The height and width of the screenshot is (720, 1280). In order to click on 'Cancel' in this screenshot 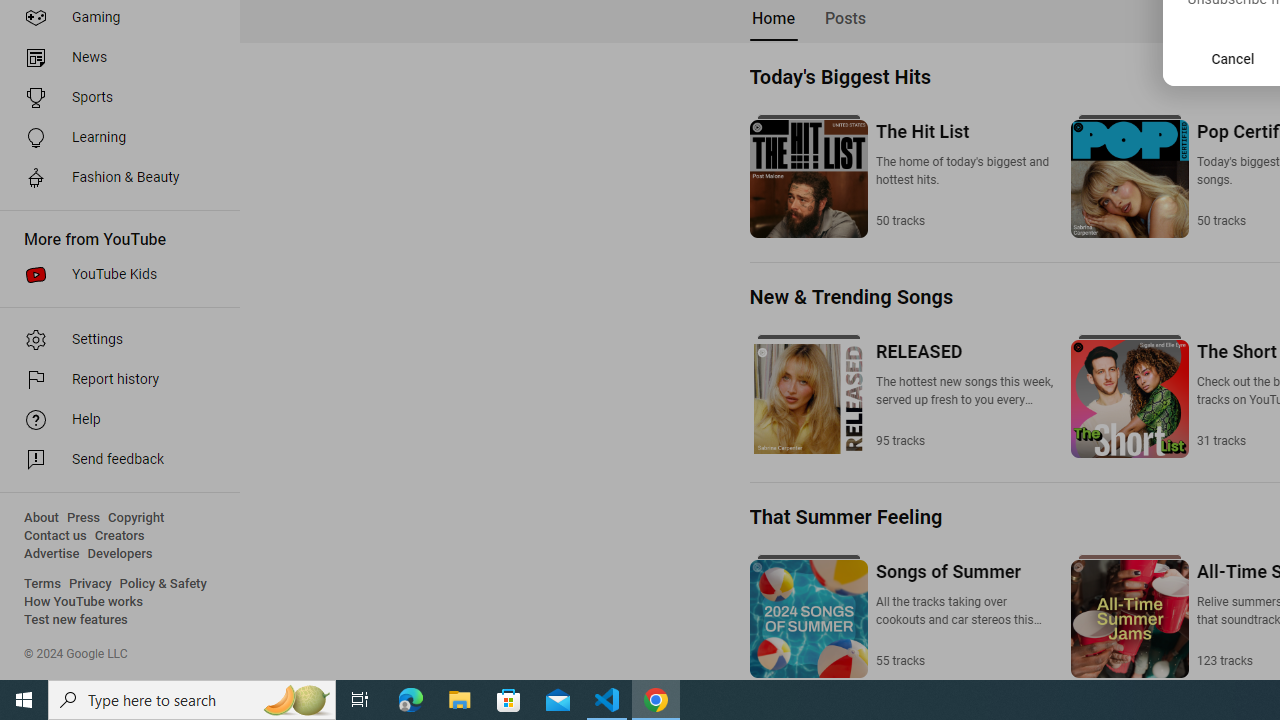, I will do `click(1232, 58)`.